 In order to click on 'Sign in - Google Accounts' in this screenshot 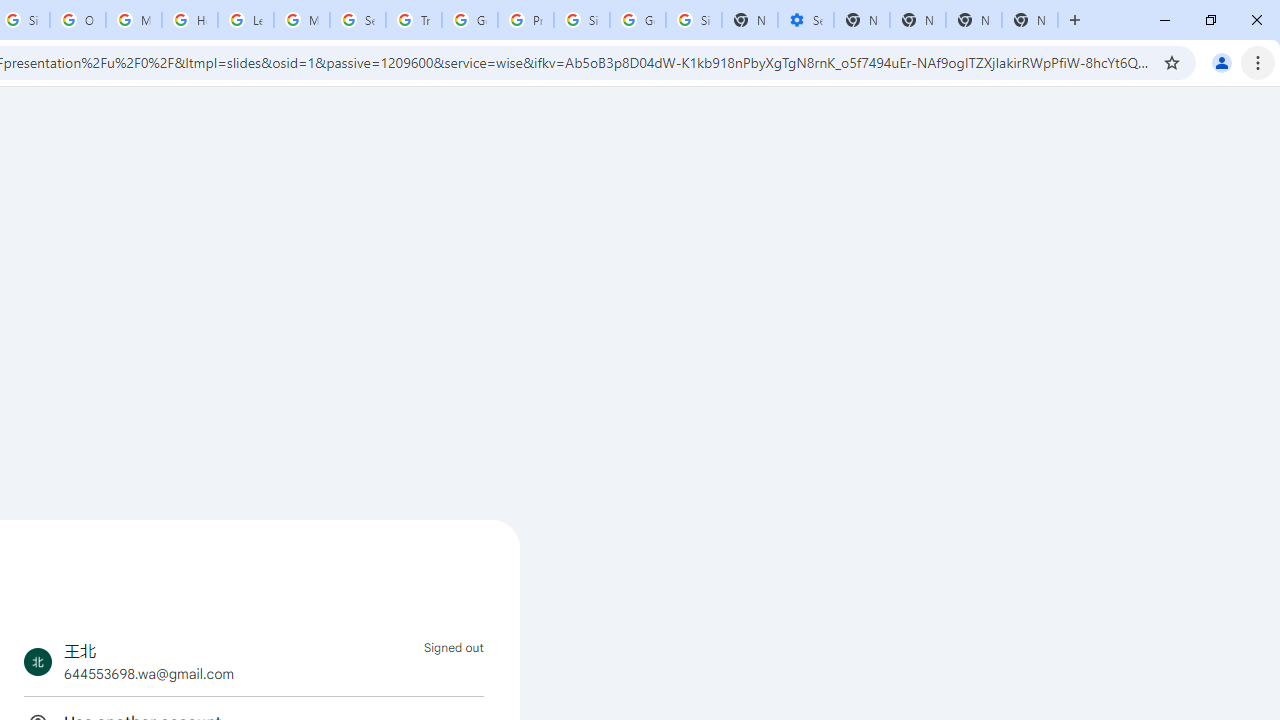, I will do `click(581, 20)`.